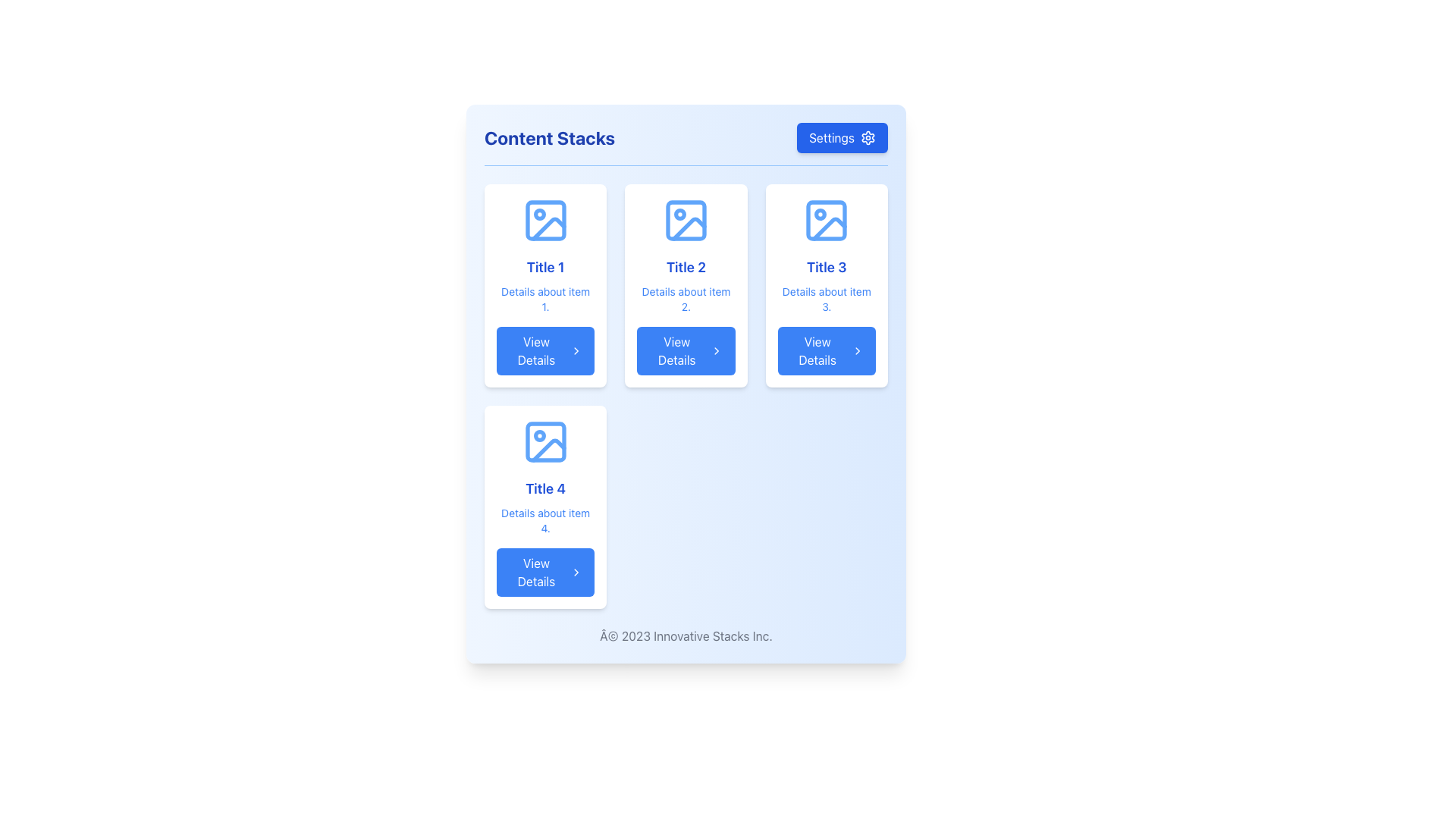  What do you see at coordinates (539, 435) in the screenshot?
I see `the Decorative Circle element located within the image icon of the fourth content item ('Title 4') in the layout` at bounding box center [539, 435].